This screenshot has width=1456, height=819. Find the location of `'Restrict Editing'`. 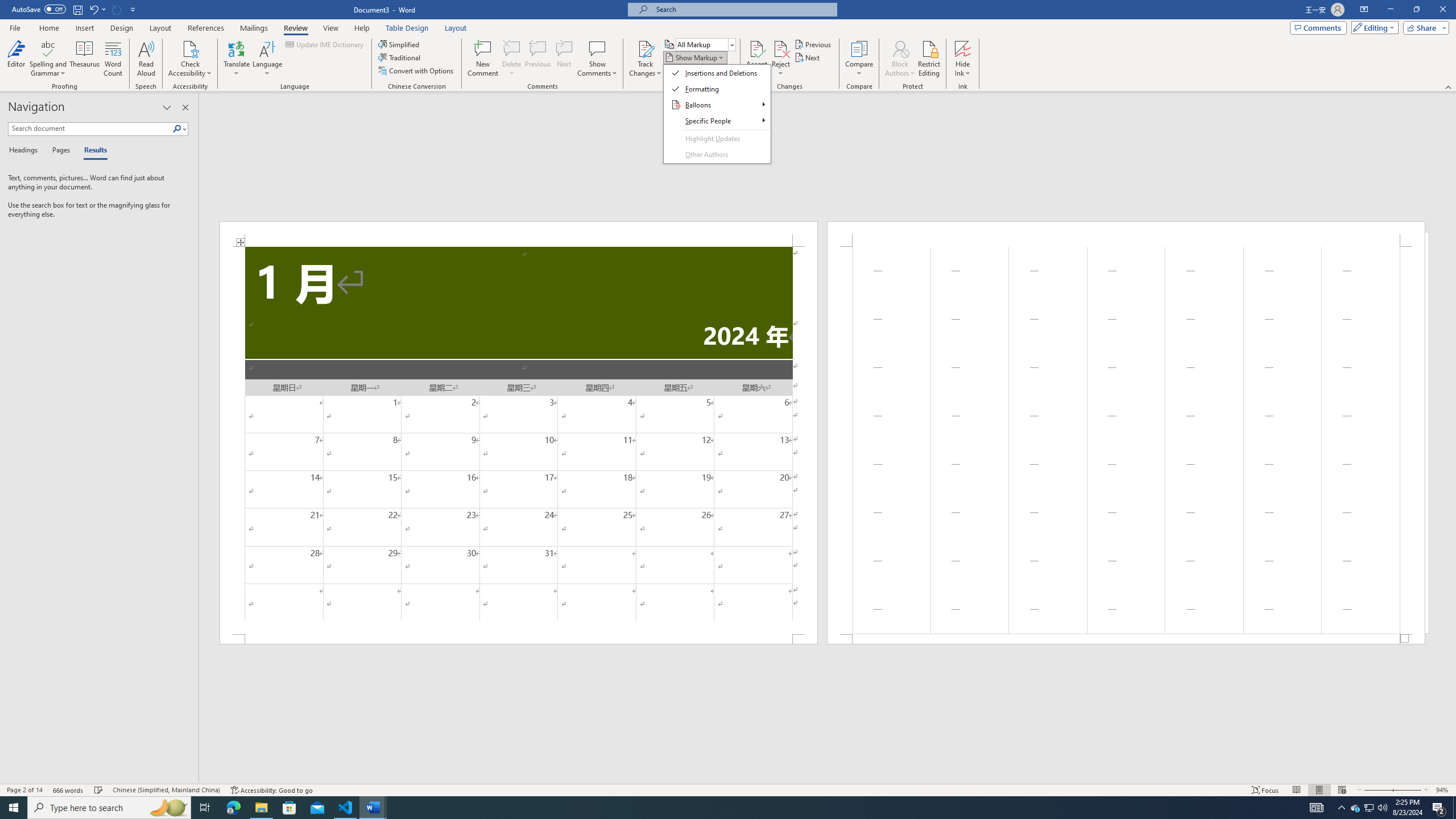

'Restrict Editing' is located at coordinates (929, 59).